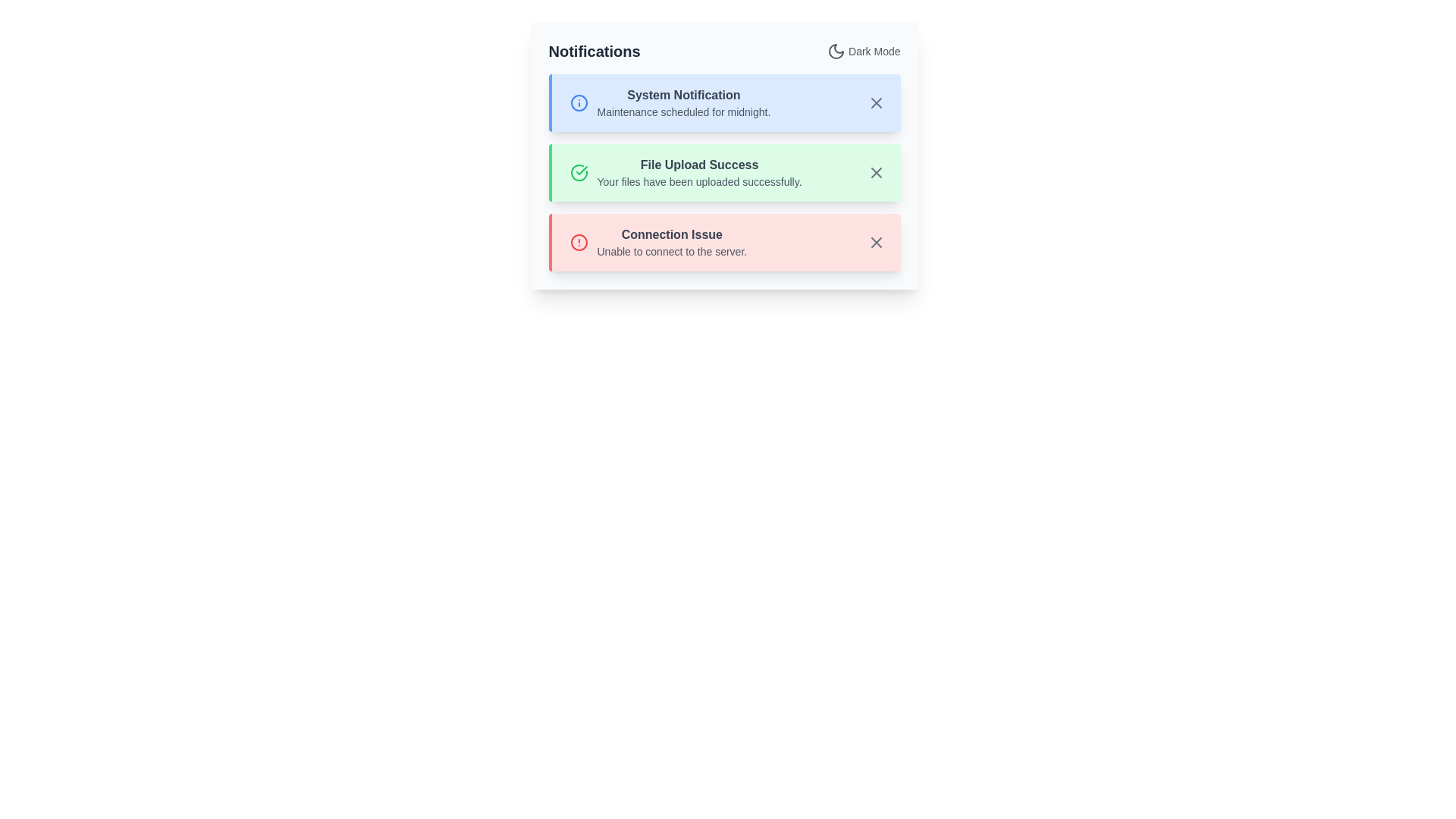  What do you see at coordinates (682, 96) in the screenshot?
I see `bolded text element that displays 'System Notification' within the blue notification box, located at the top left corner of the first notification under the 'Notifications' header` at bounding box center [682, 96].